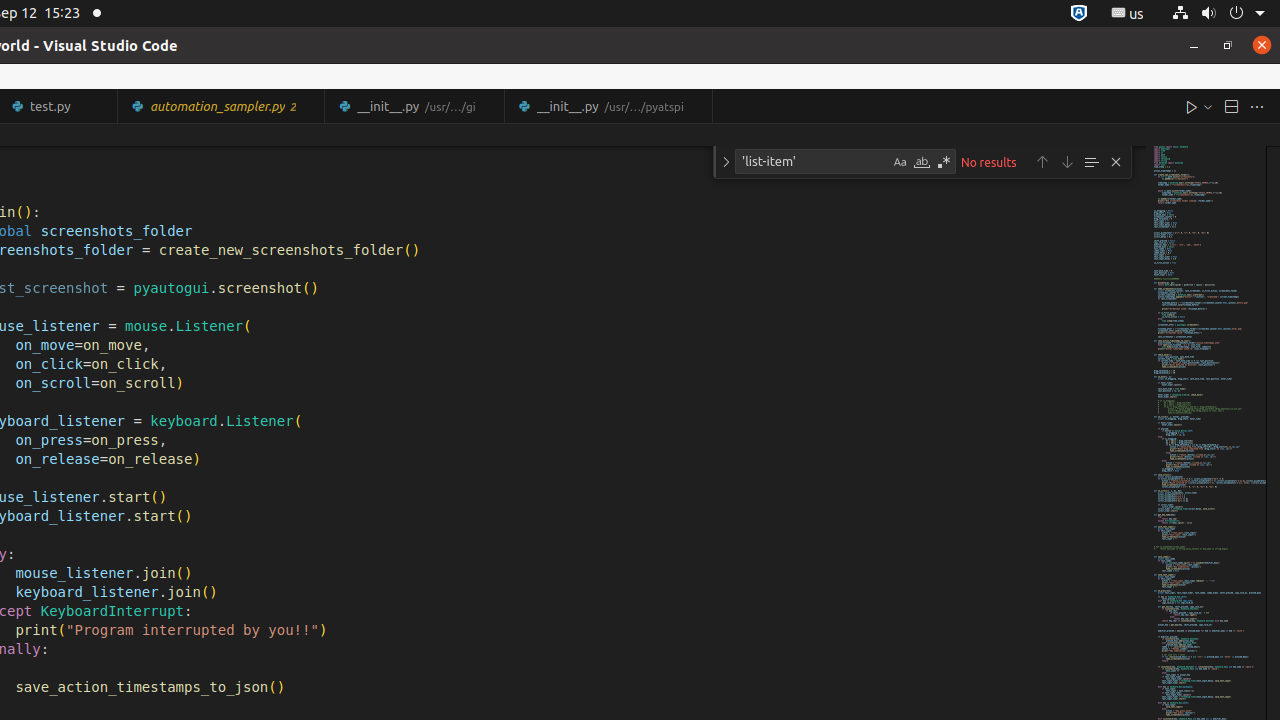  Describe the element at coordinates (1089, 160) in the screenshot. I see `'Find in Selection (Alt+L)'` at that location.